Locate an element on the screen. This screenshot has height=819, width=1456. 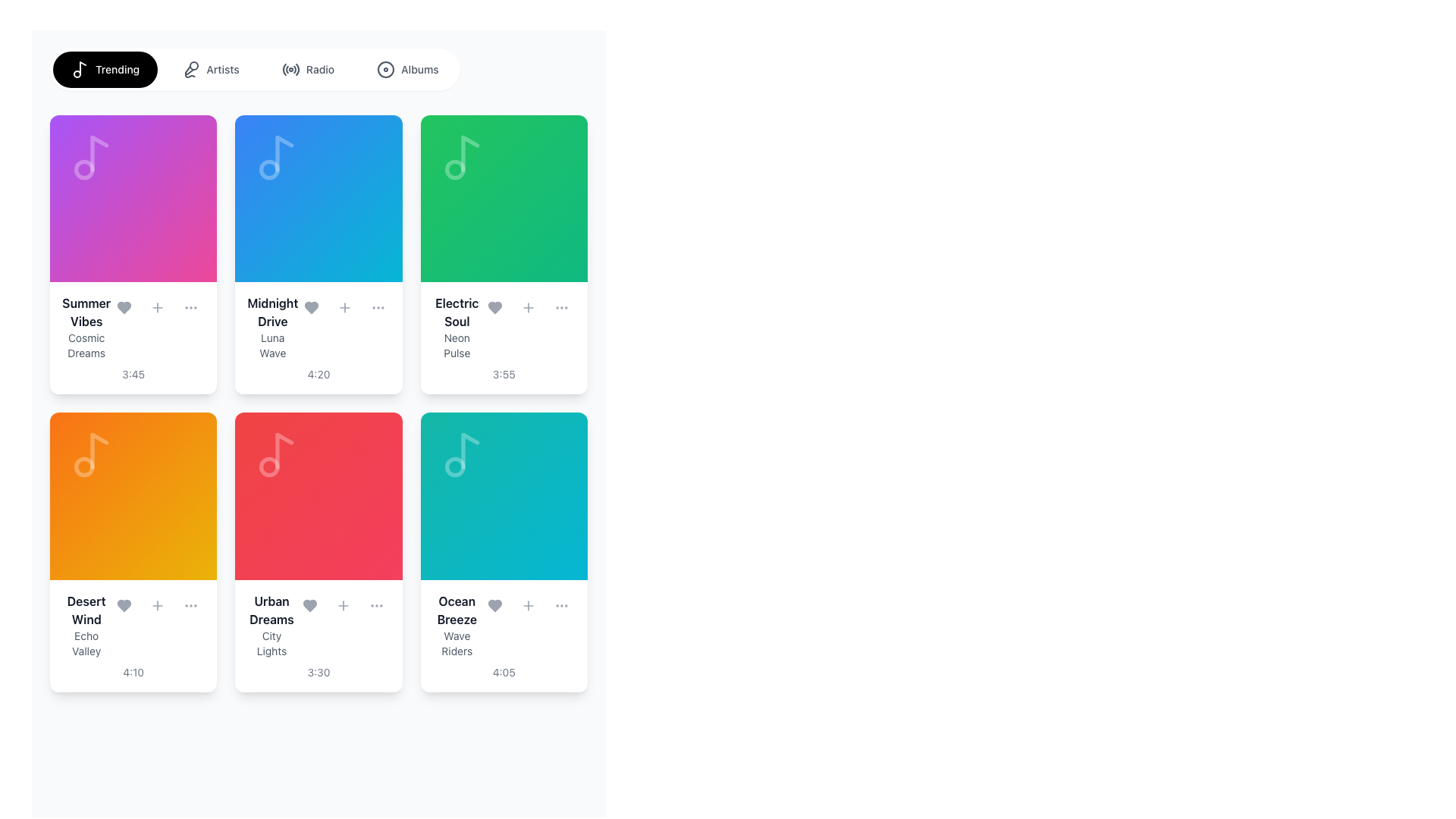
the content of the card associated with the text label located below the icon and title in the second card of the second row in the grid layout is located at coordinates (271, 625).